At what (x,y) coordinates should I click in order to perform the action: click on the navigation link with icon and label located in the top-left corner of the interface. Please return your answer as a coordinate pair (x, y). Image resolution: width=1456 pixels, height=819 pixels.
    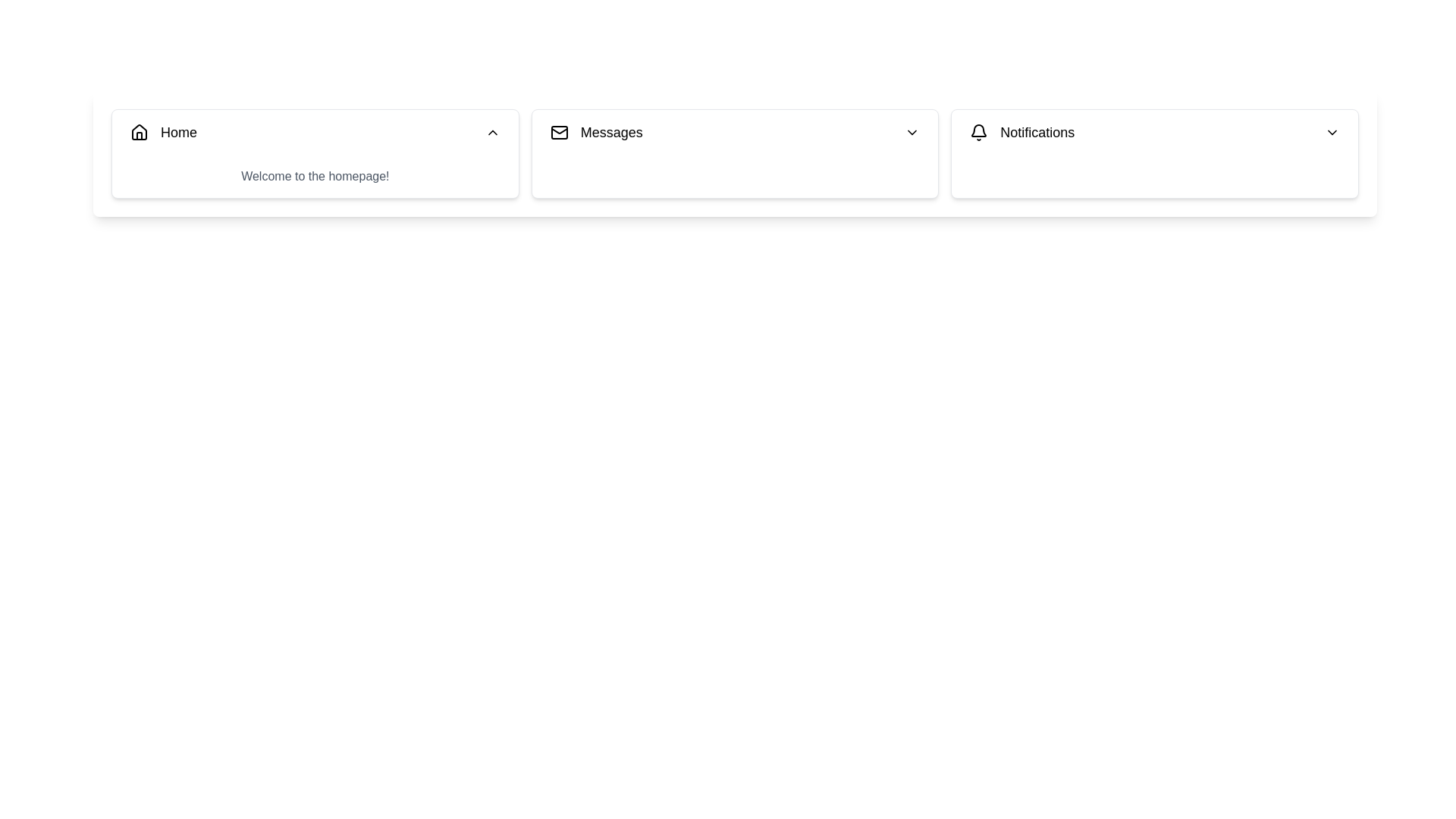
    Looking at the image, I should click on (164, 131).